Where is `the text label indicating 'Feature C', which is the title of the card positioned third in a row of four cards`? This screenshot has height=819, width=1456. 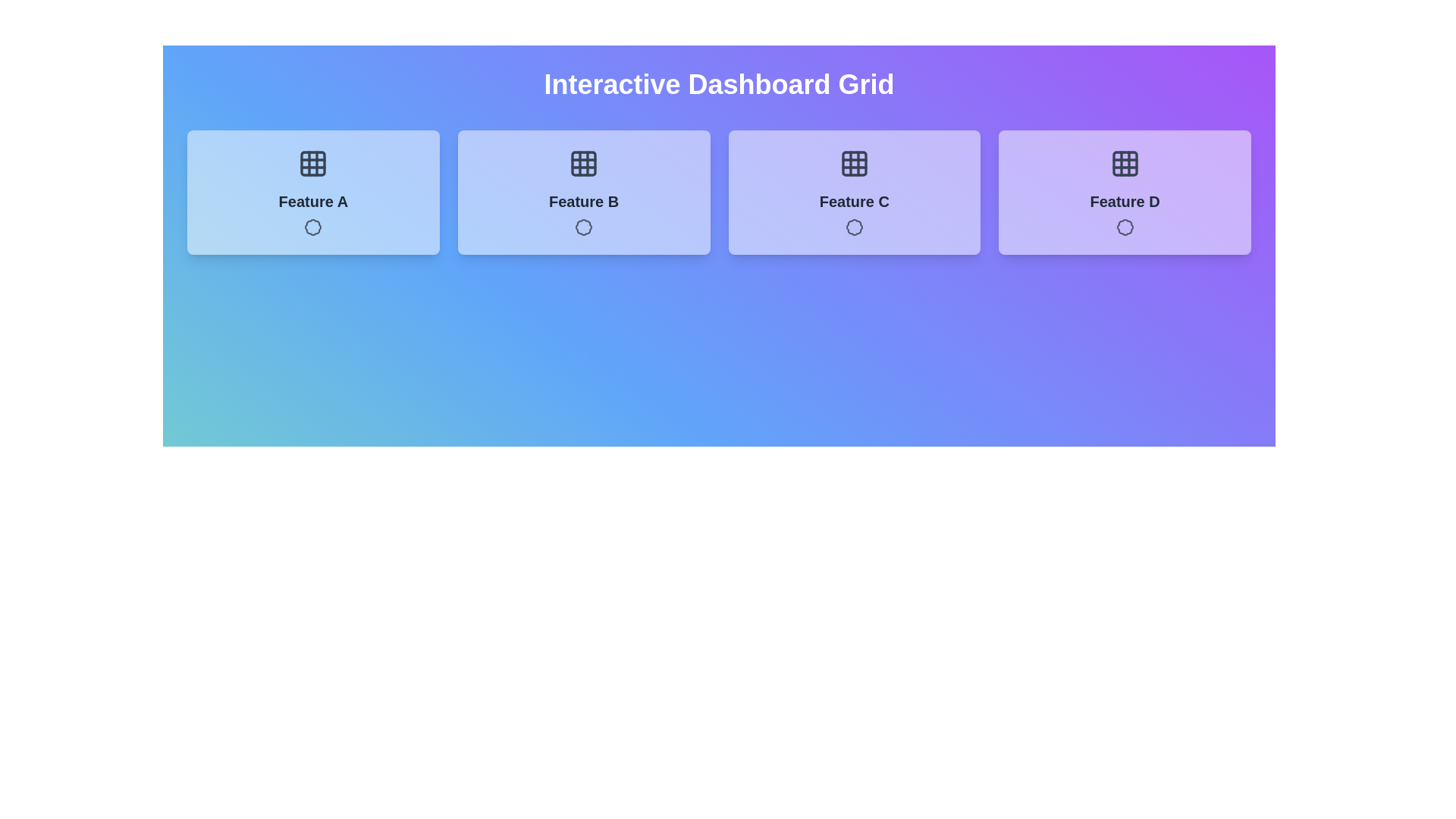 the text label indicating 'Feature C', which is the title of the card positioned third in a row of four cards is located at coordinates (854, 201).